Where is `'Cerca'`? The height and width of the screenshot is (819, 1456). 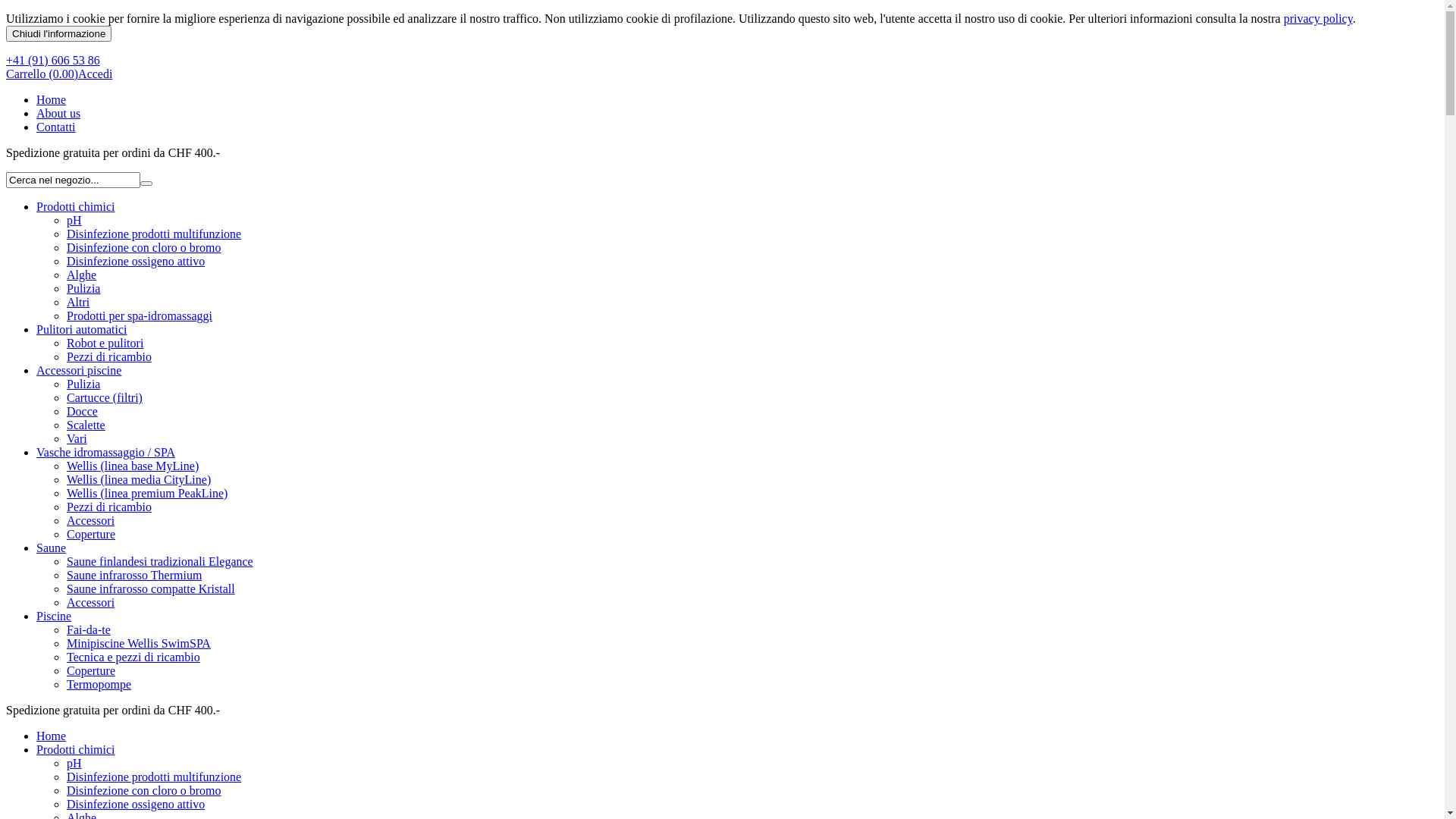
'Cerca' is located at coordinates (146, 183).